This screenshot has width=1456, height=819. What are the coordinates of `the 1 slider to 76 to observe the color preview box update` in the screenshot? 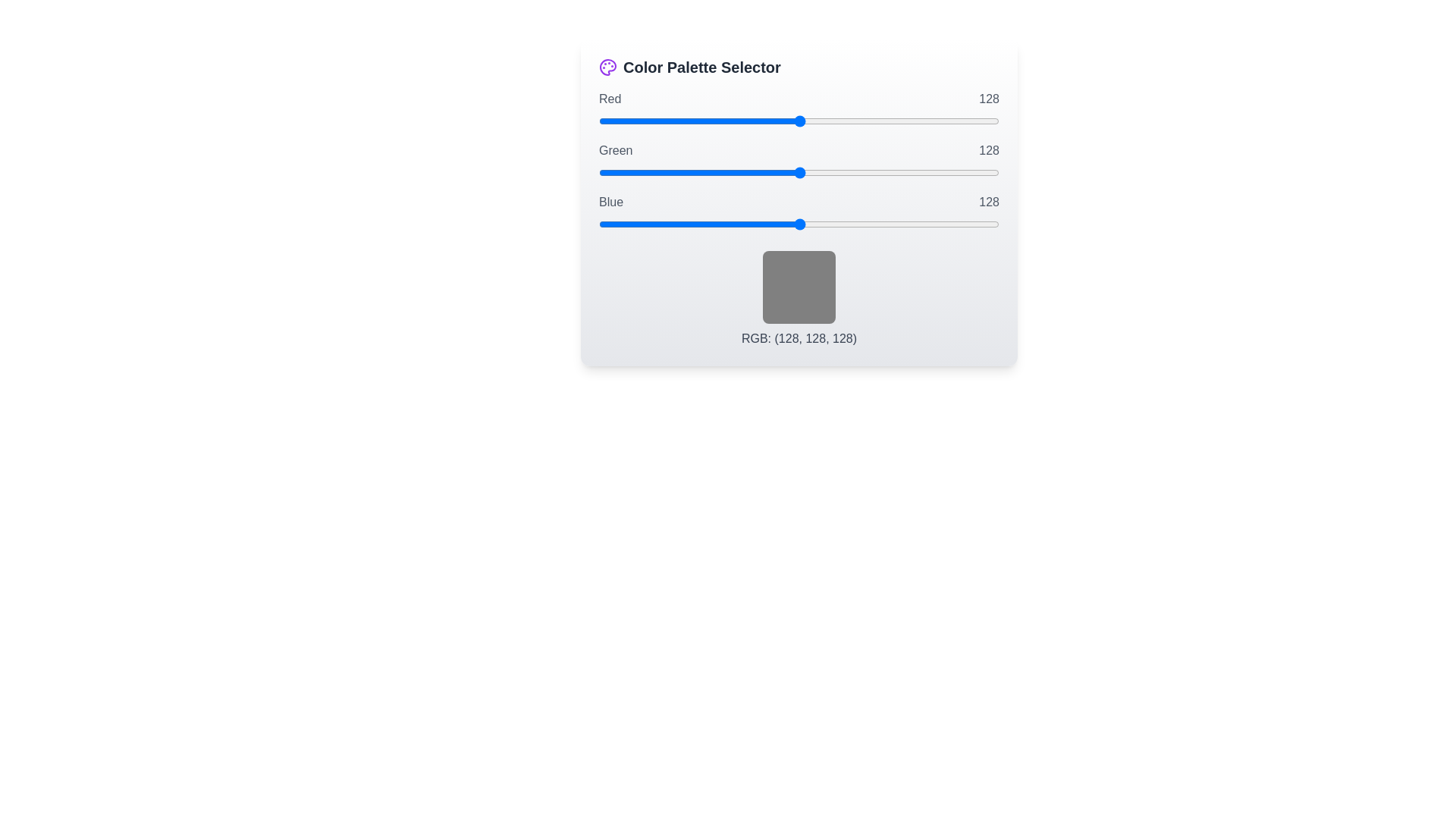 It's located at (799, 171).